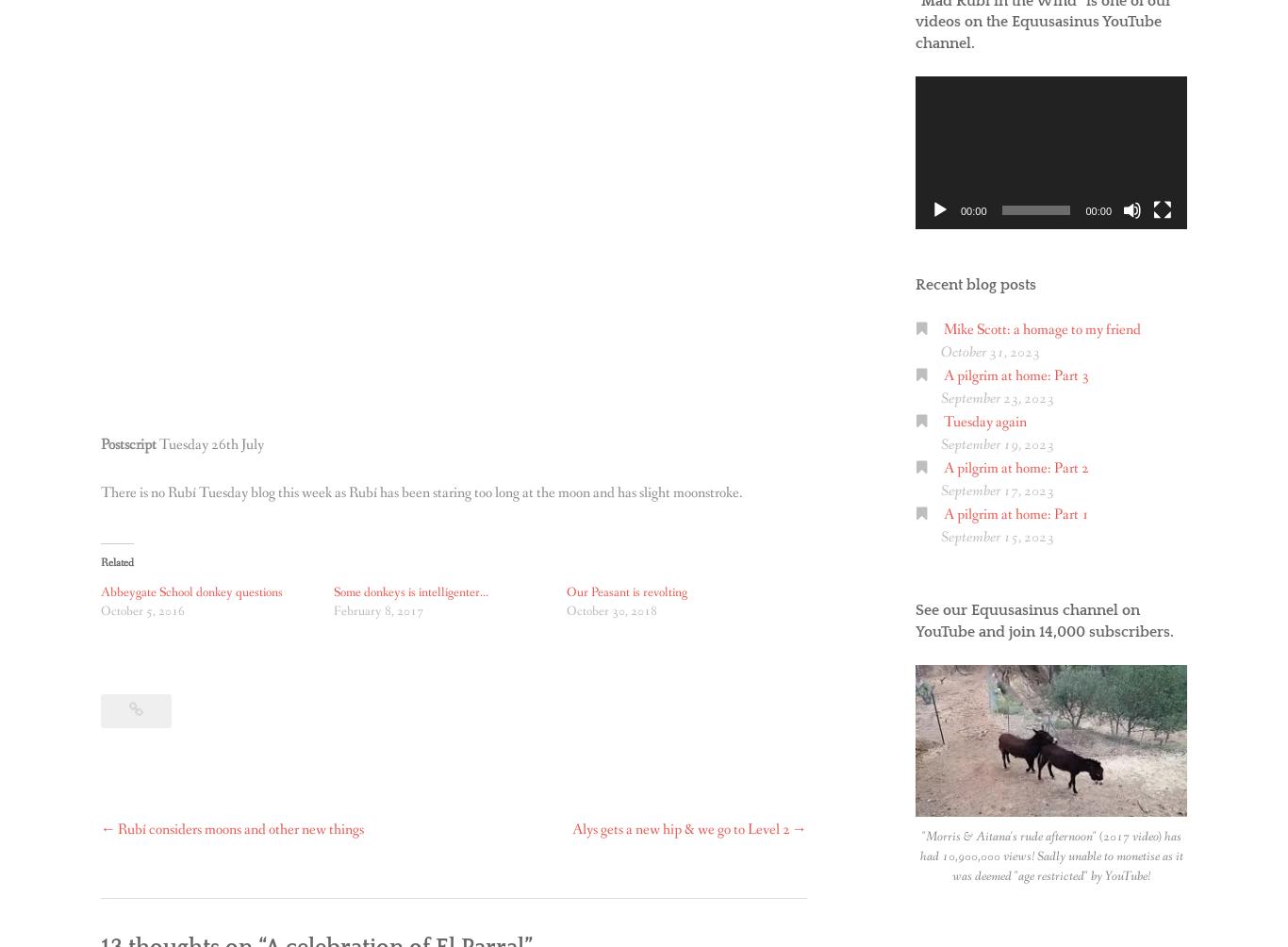  What do you see at coordinates (1041, 329) in the screenshot?
I see `'Mike Scott: a homage to my friend'` at bounding box center [1041, 329].